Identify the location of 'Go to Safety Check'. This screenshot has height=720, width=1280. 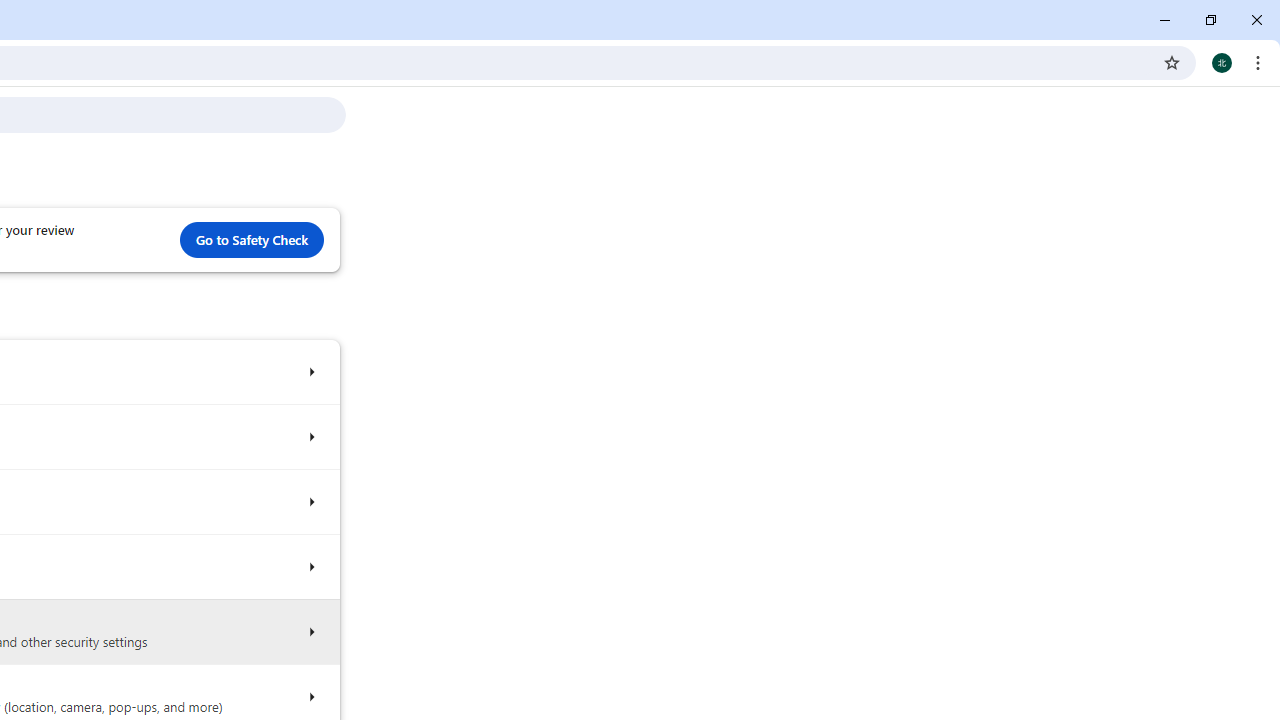
(251, 239).